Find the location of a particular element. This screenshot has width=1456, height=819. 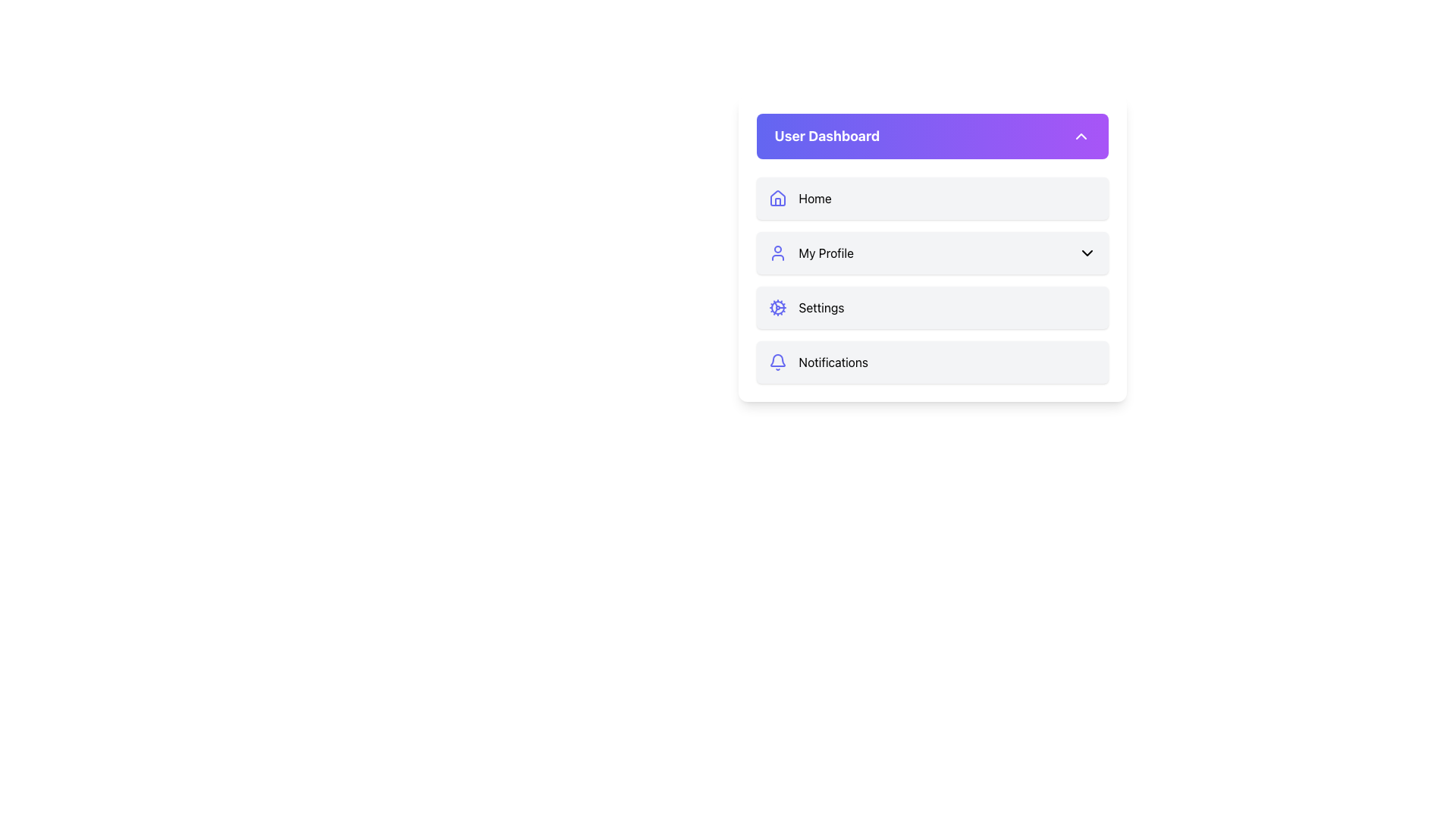

the text link under 'User Dashboard' that directs users to their profile section for tooltip or highlight effect is located at coordinates (825, 253).